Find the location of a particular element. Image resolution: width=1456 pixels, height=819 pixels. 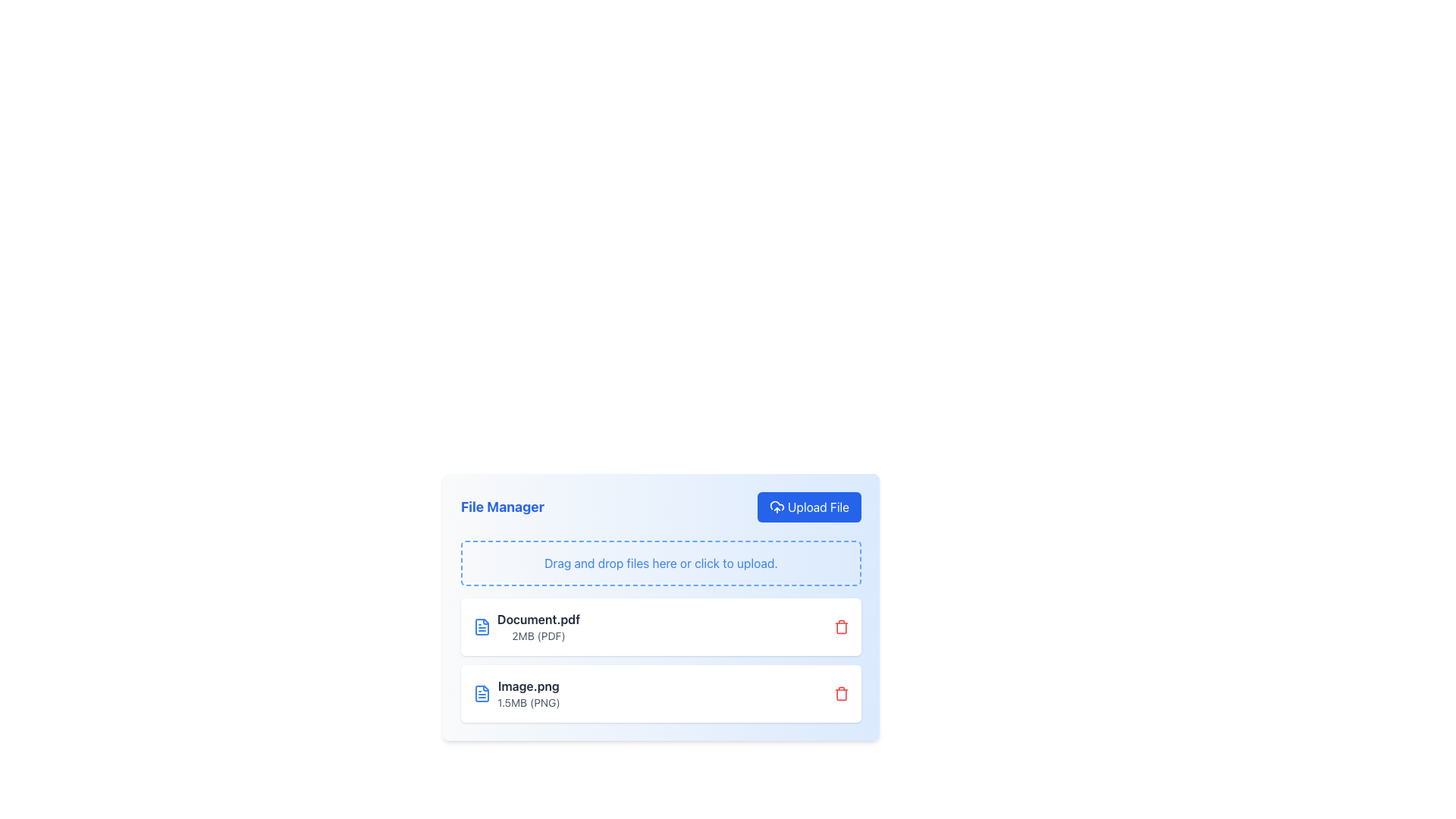

the text label displaying 'Image.png' with size '1.5MB (PNG)' in a File Manager interface is located at coordinates (529, 693).